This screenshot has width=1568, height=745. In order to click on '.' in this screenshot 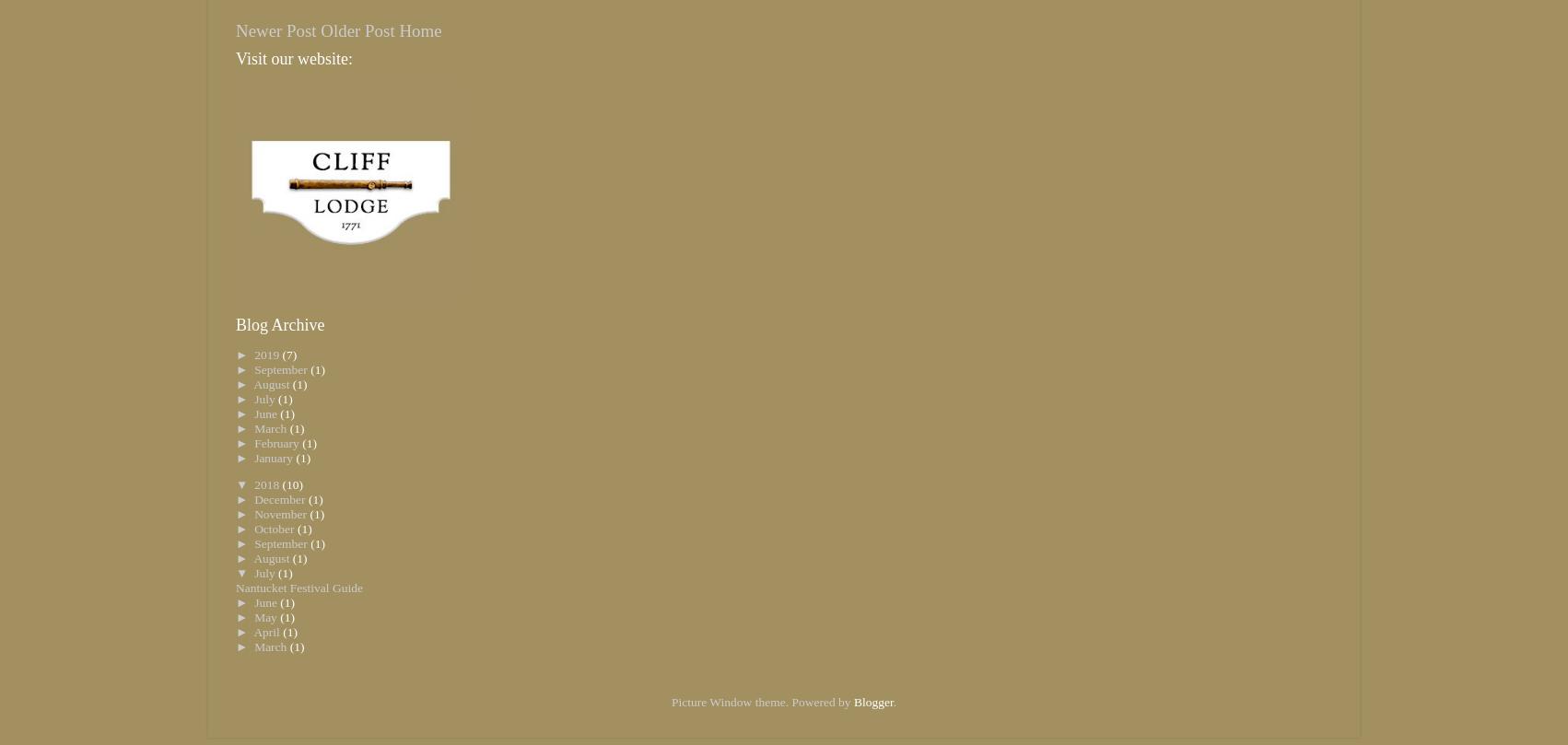, I will do `click(894, 700)`.